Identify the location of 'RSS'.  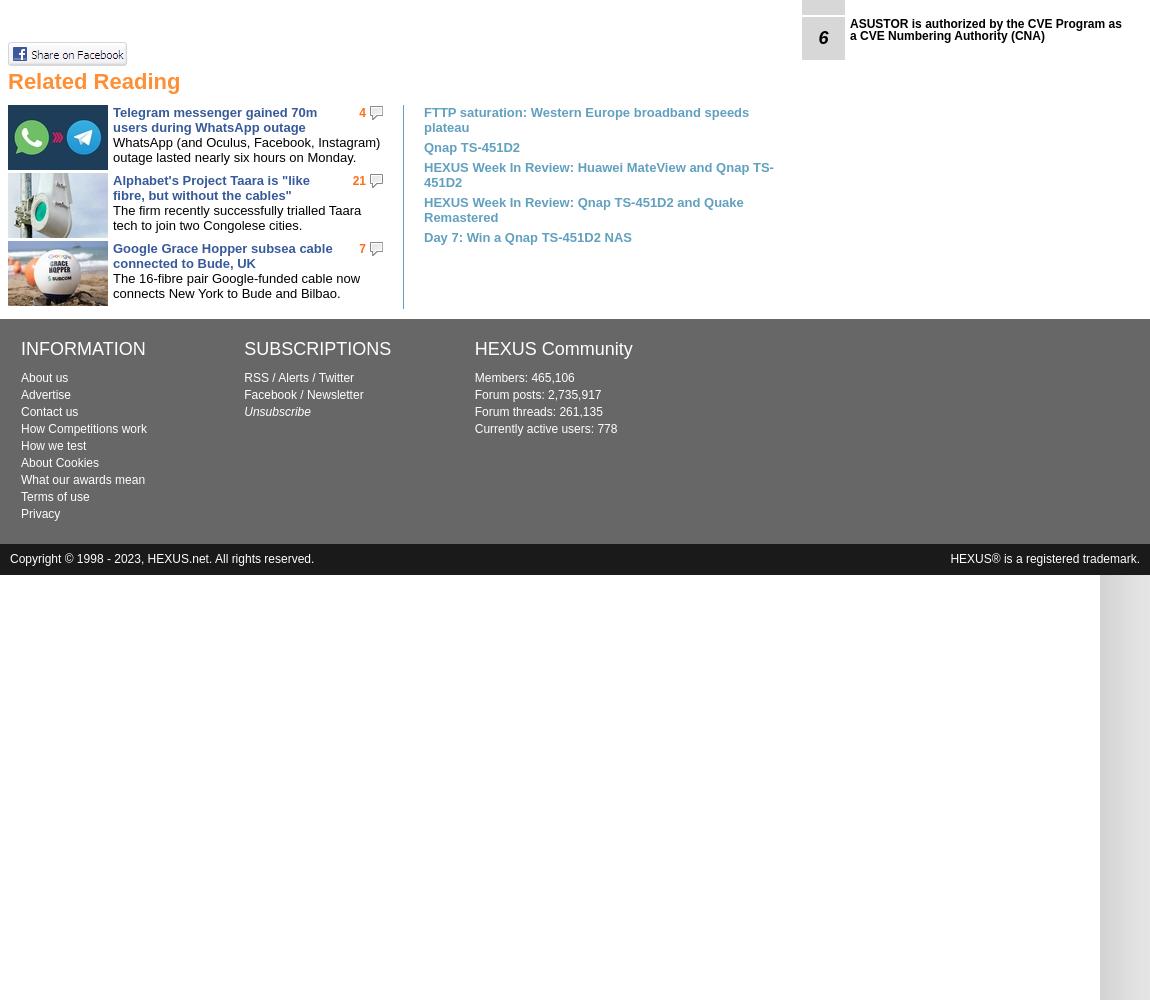
(254, 378).